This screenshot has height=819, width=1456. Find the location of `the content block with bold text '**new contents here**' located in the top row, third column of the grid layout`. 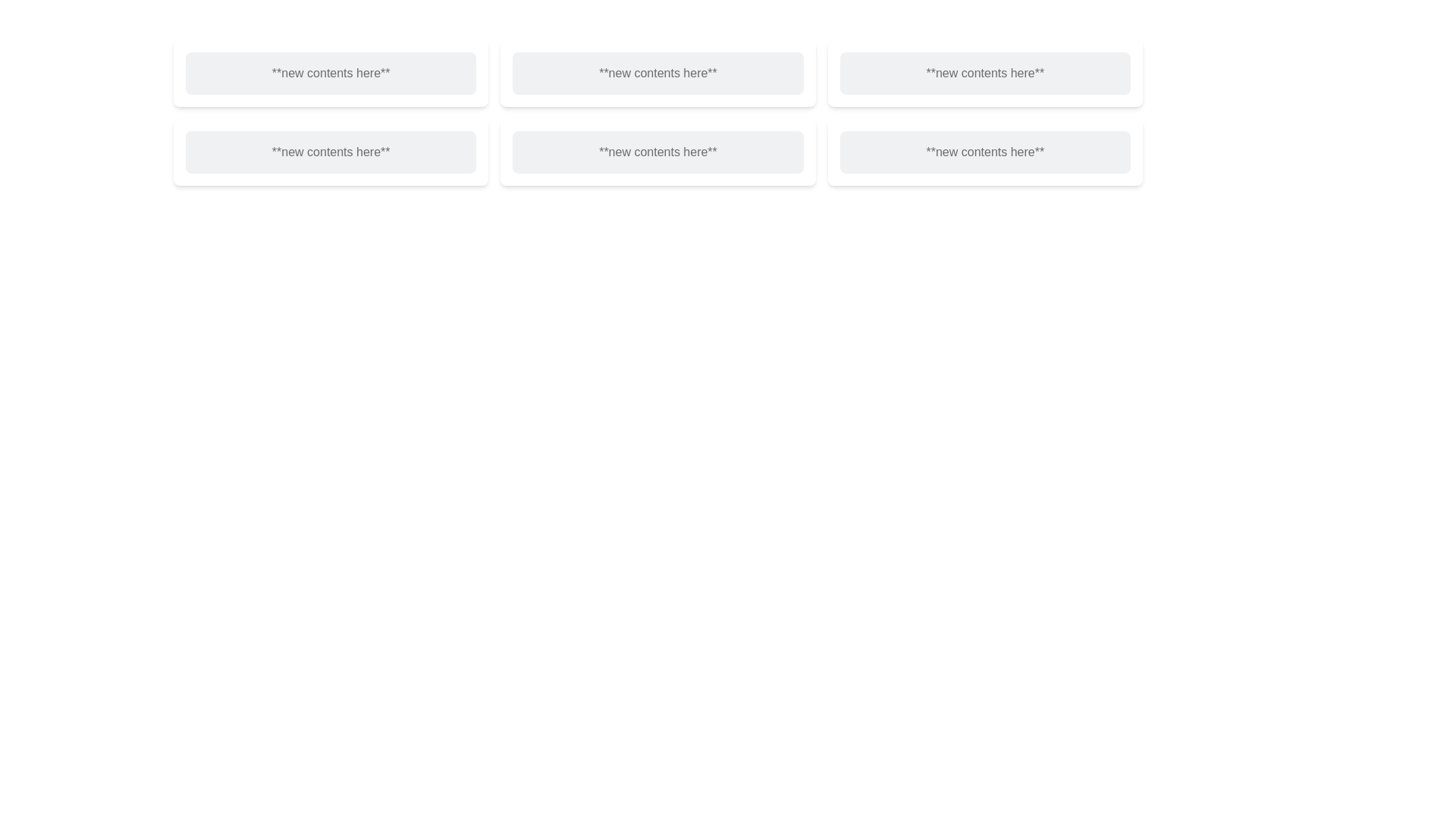

the content block with bold text '**new contents here**' located in the top row, third column of the grid layout is located at coordinates (985, 73).